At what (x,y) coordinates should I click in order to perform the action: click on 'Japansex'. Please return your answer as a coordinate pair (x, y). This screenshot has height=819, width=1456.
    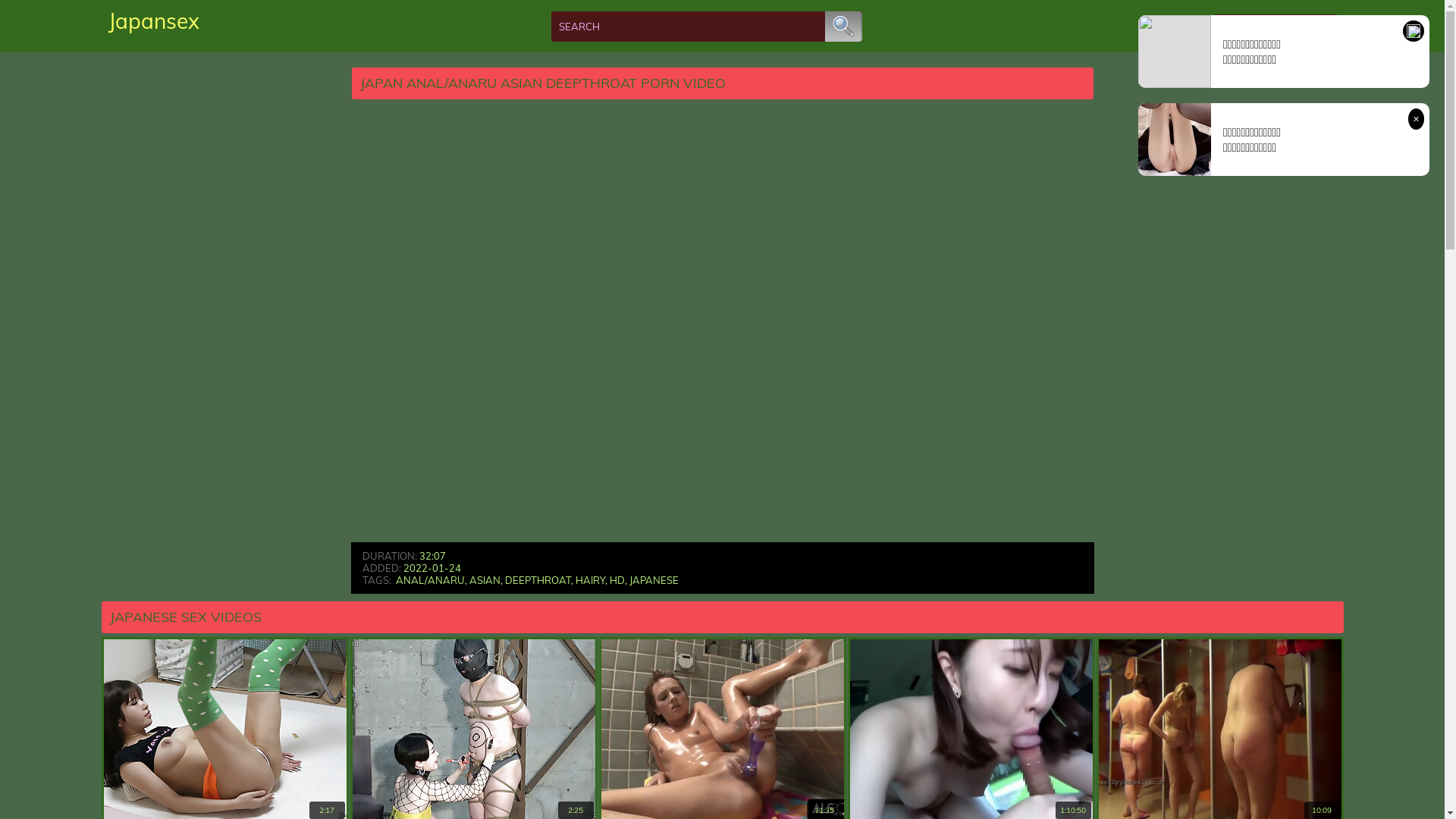
    Looking at the image, I should click on (107, 20).